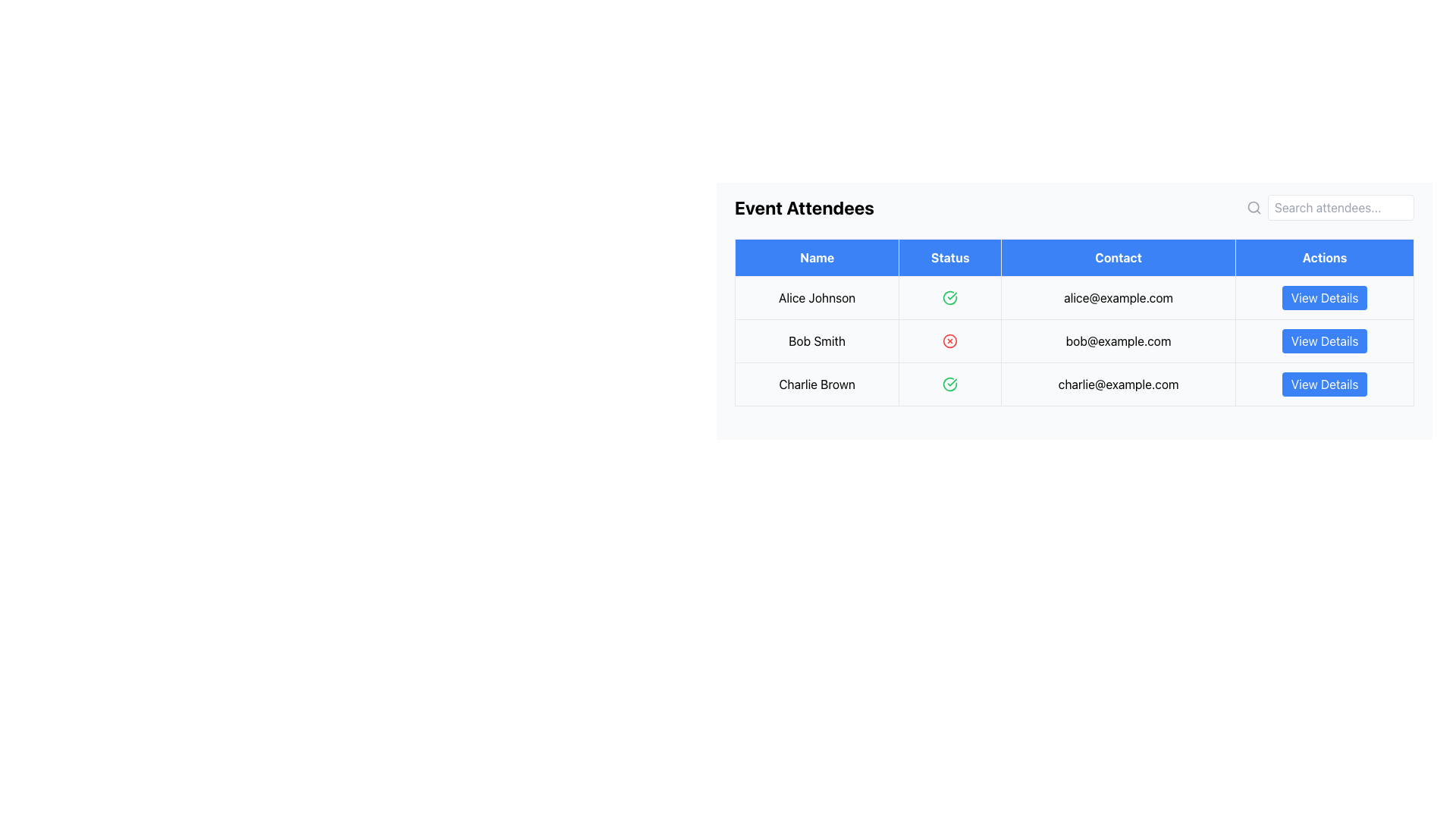  What do you see at coordinates (1324, 256) in the screenshot?
I see `the text label displaying 'Actions' in white font, located in the fourth column header of the attendee information table` at bounding box center [1324, 256].